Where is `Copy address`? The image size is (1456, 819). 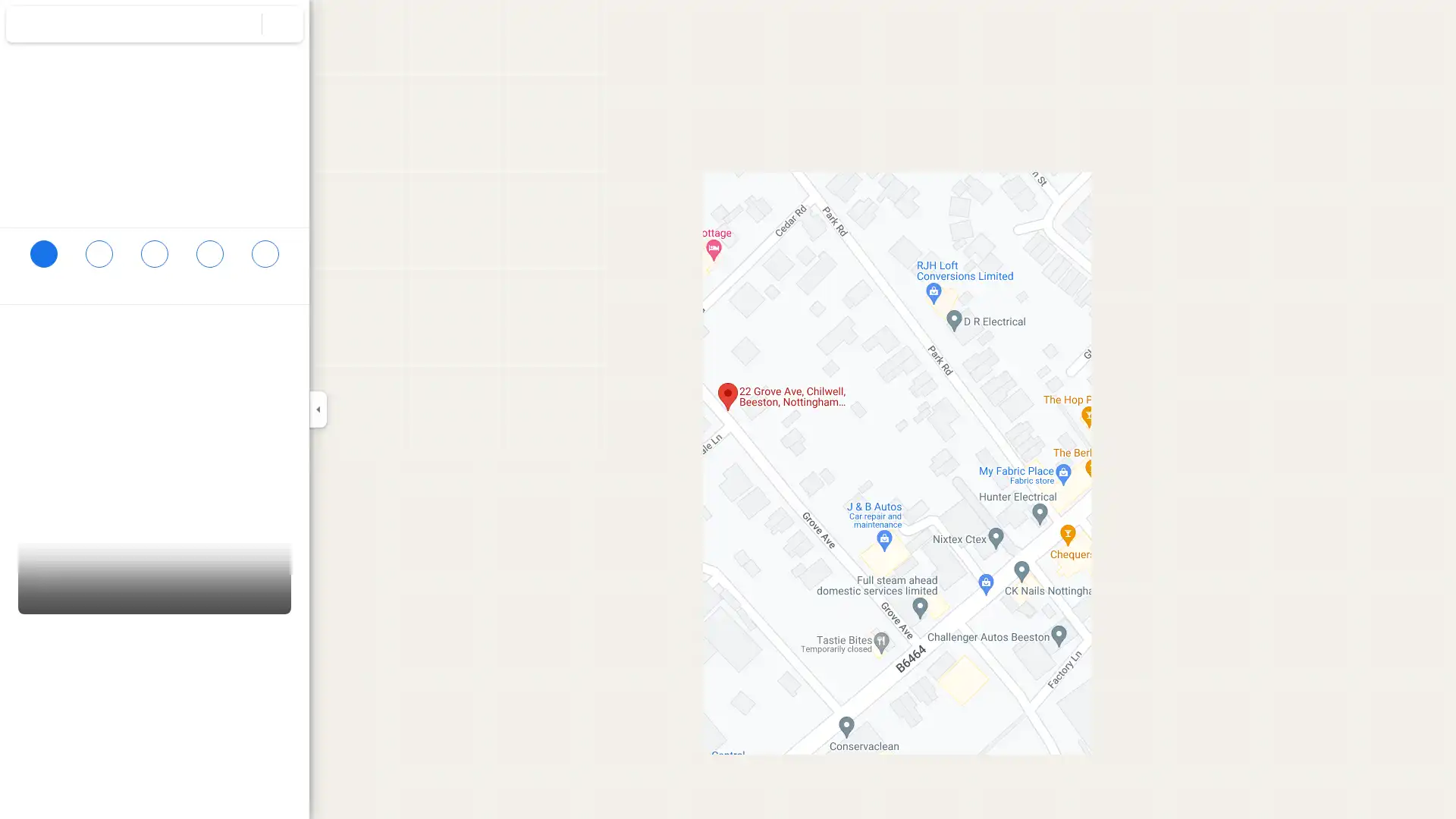
Copy address is located at coordinates (281, 337).